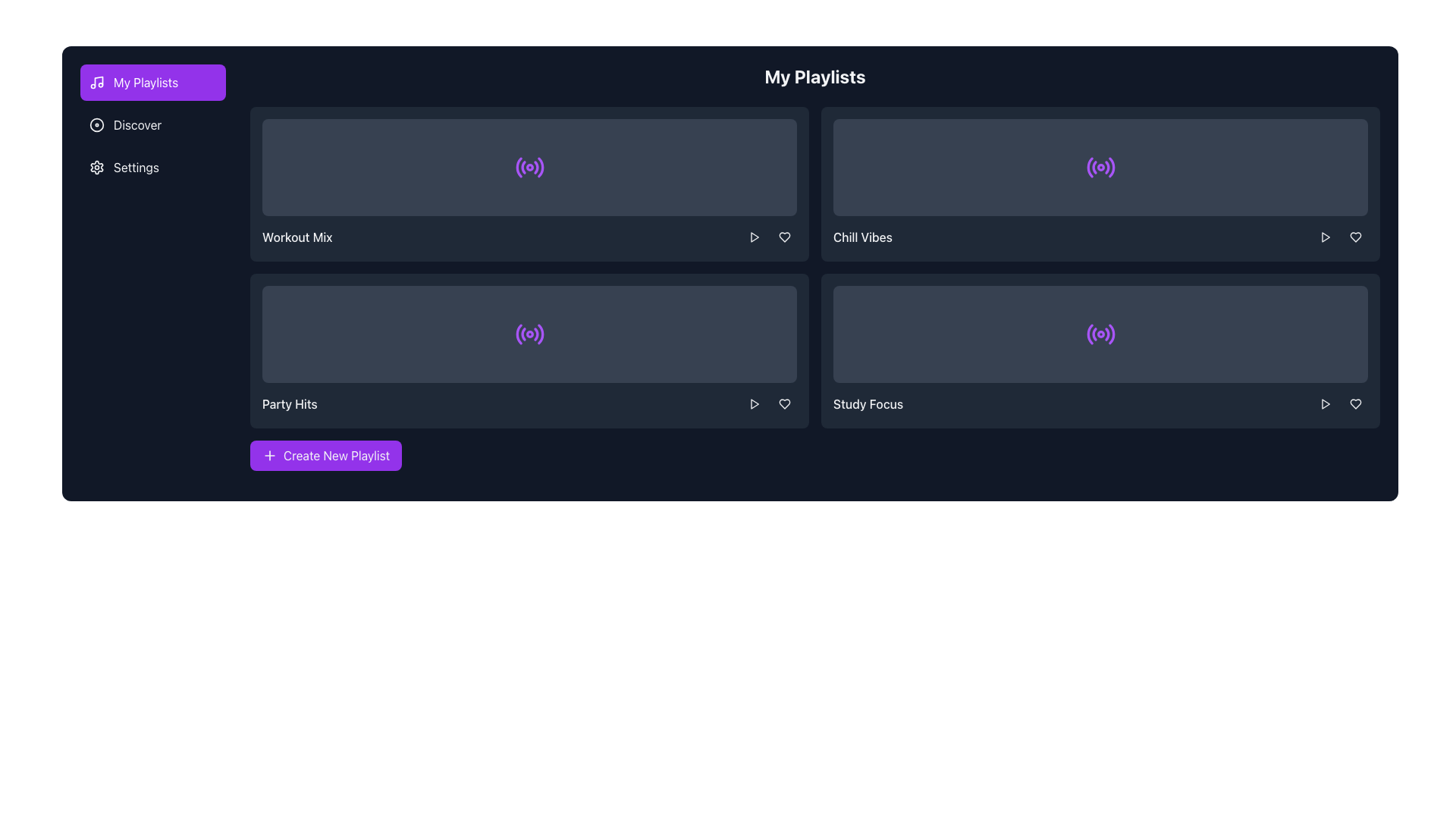  I want to click on the gear-shaped icon in the left sidebar adjacent to the 'Settings' label, so click(96, 167).